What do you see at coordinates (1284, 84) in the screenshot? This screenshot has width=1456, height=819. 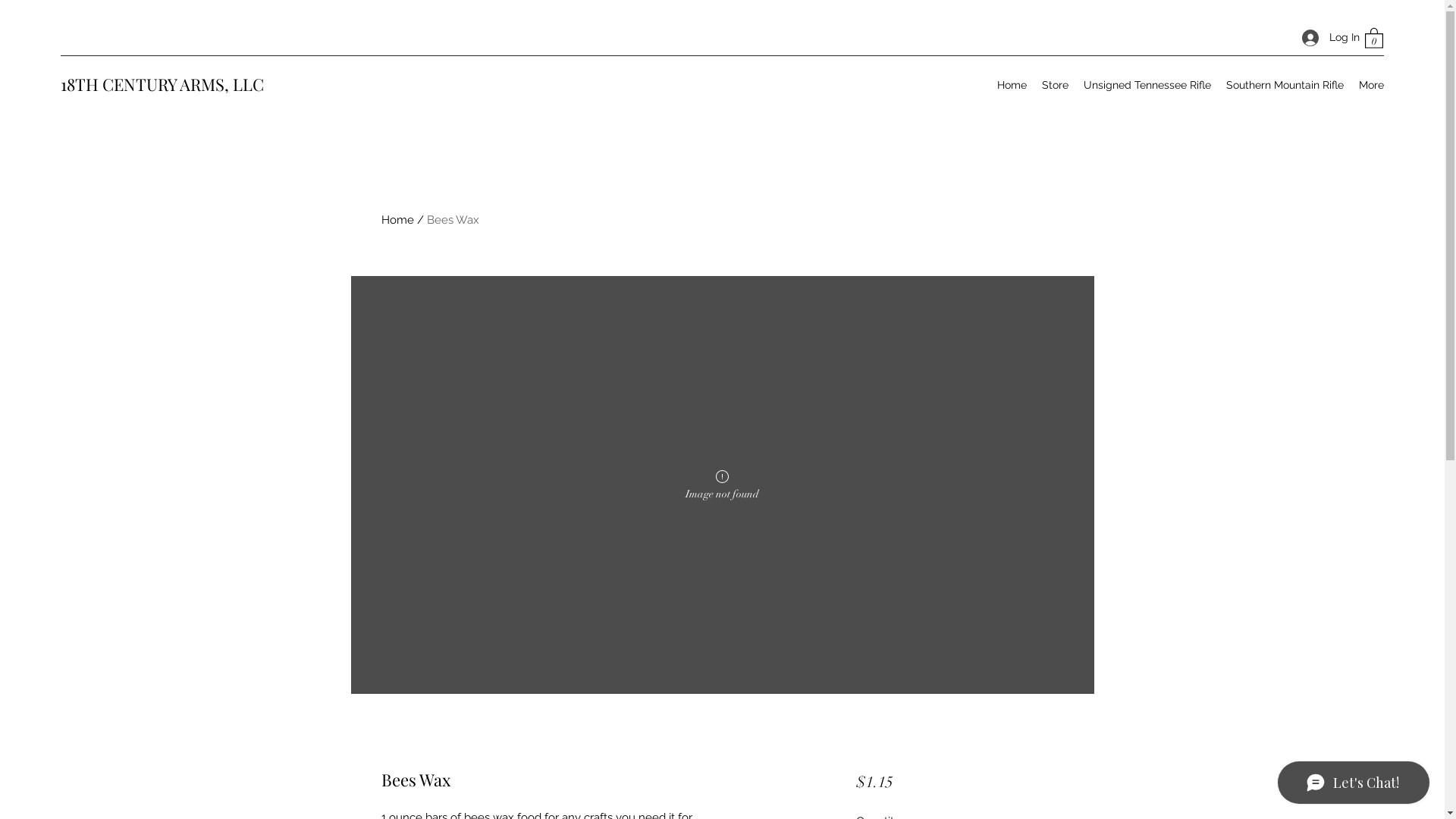 I see `'Southern Mountain Rifle'` at bounding box center [1284, 84].